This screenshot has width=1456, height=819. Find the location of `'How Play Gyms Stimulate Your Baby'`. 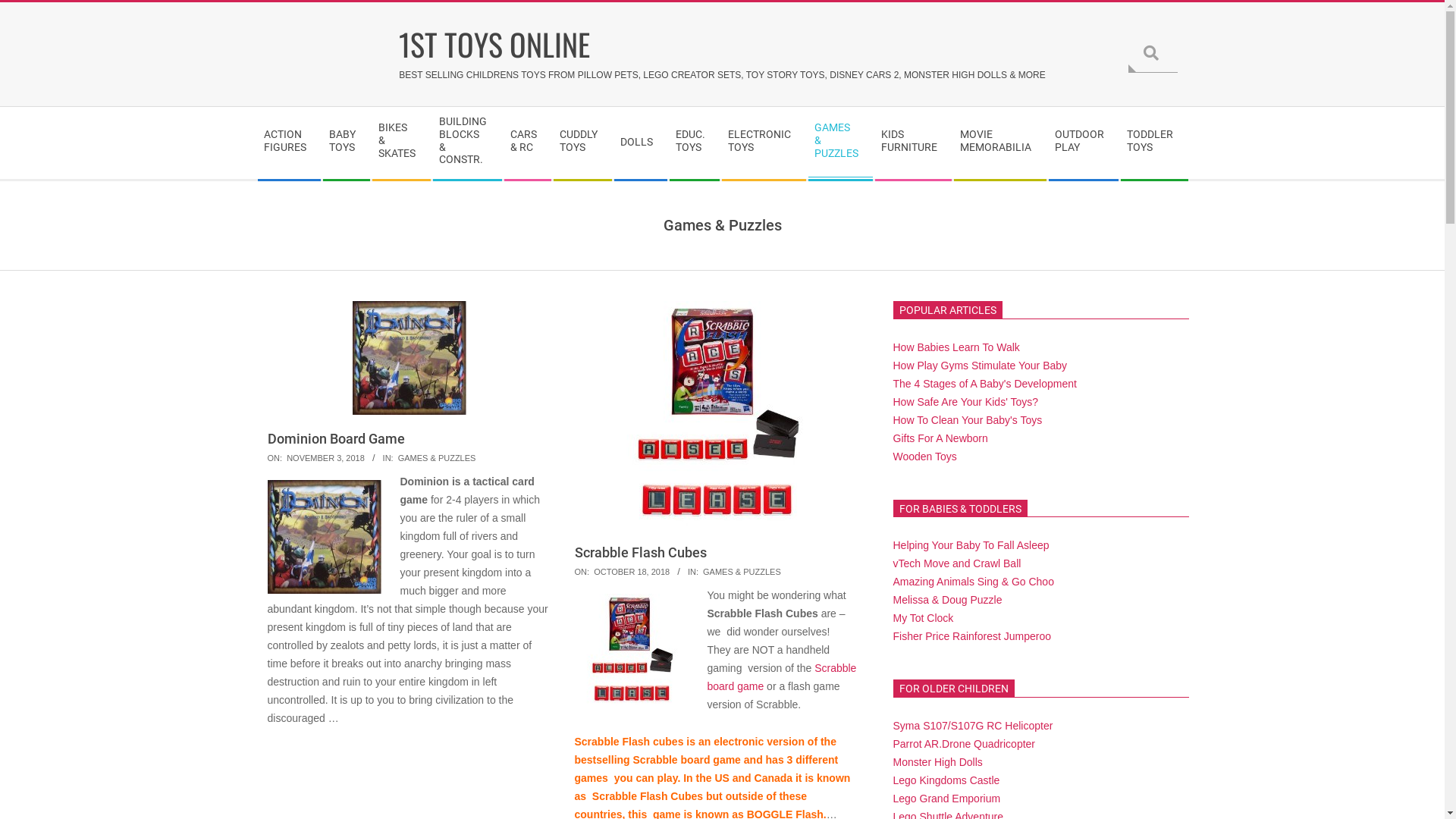

'How Play Gyms Stimulate Your Baby' is located at coordinates (980, 366).